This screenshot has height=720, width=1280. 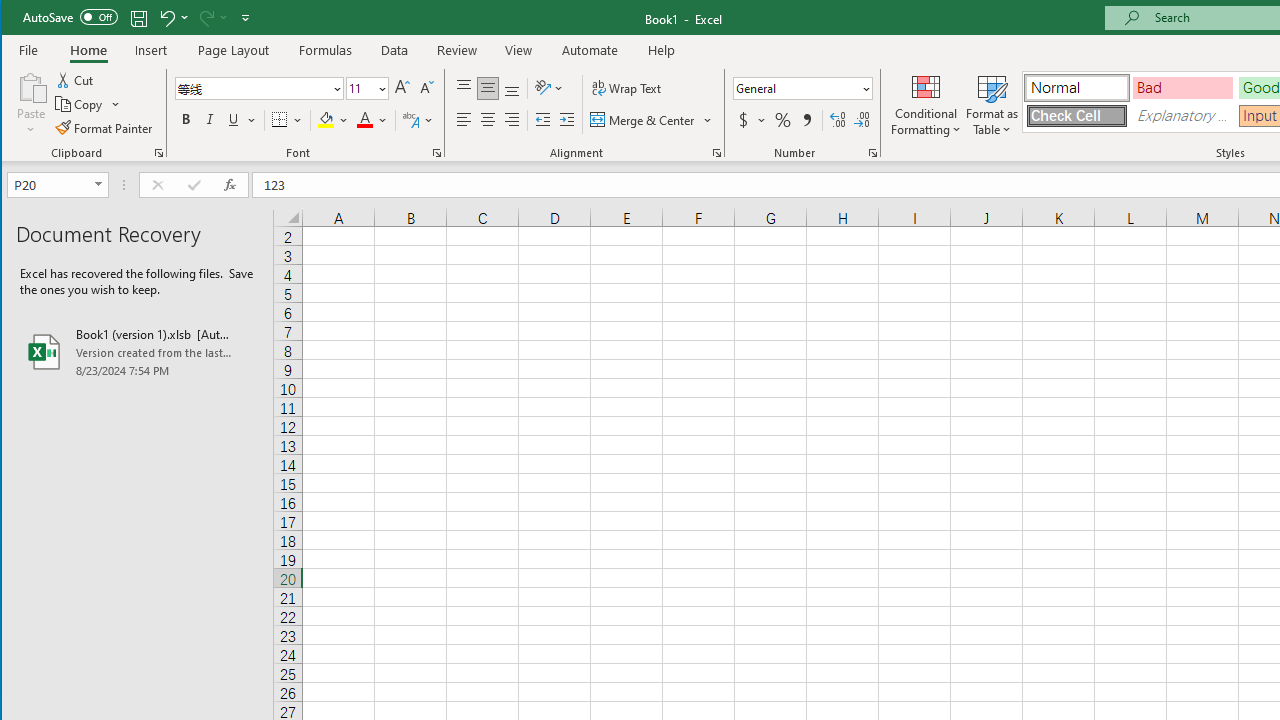 What do you see at coordinates (278, 120) in the screenshot?
I see `'Bottom Border'` at bounding box center [278, 120].